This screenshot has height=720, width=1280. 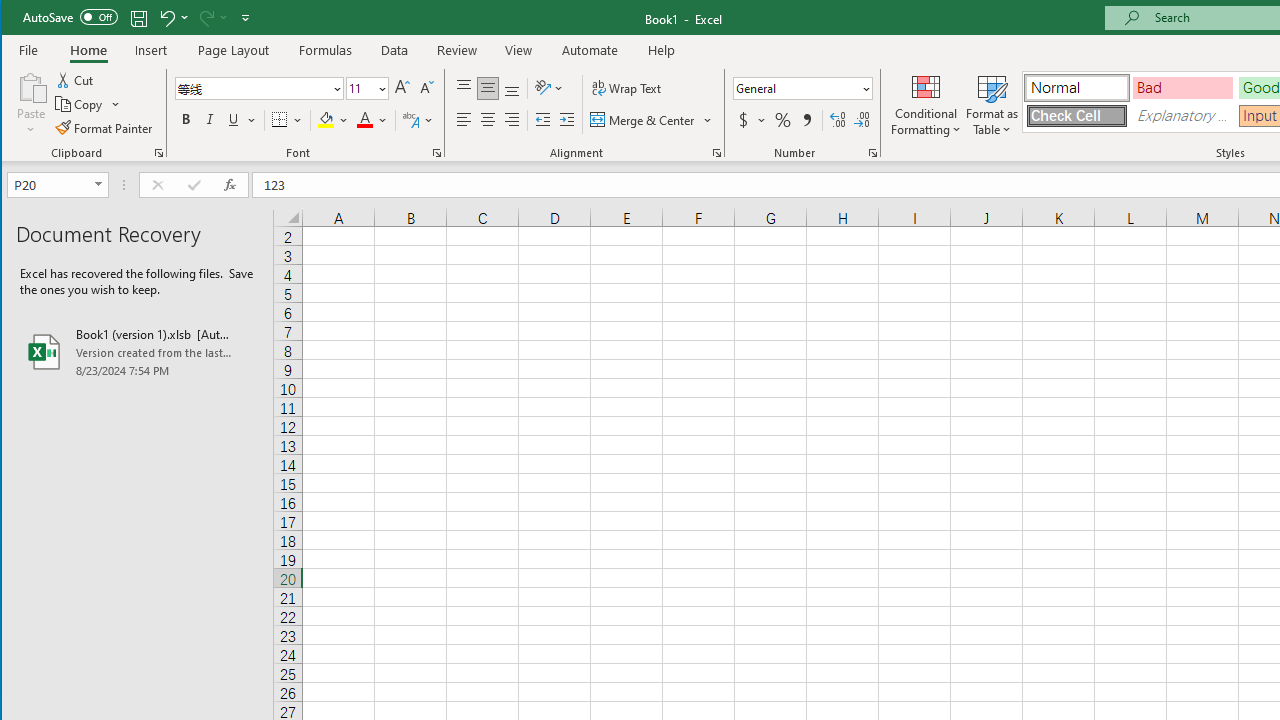 What do you see at coordinates (278, 120) in the screenshot?
I see `'Bottom Border'` at bounding box center [278, 120].